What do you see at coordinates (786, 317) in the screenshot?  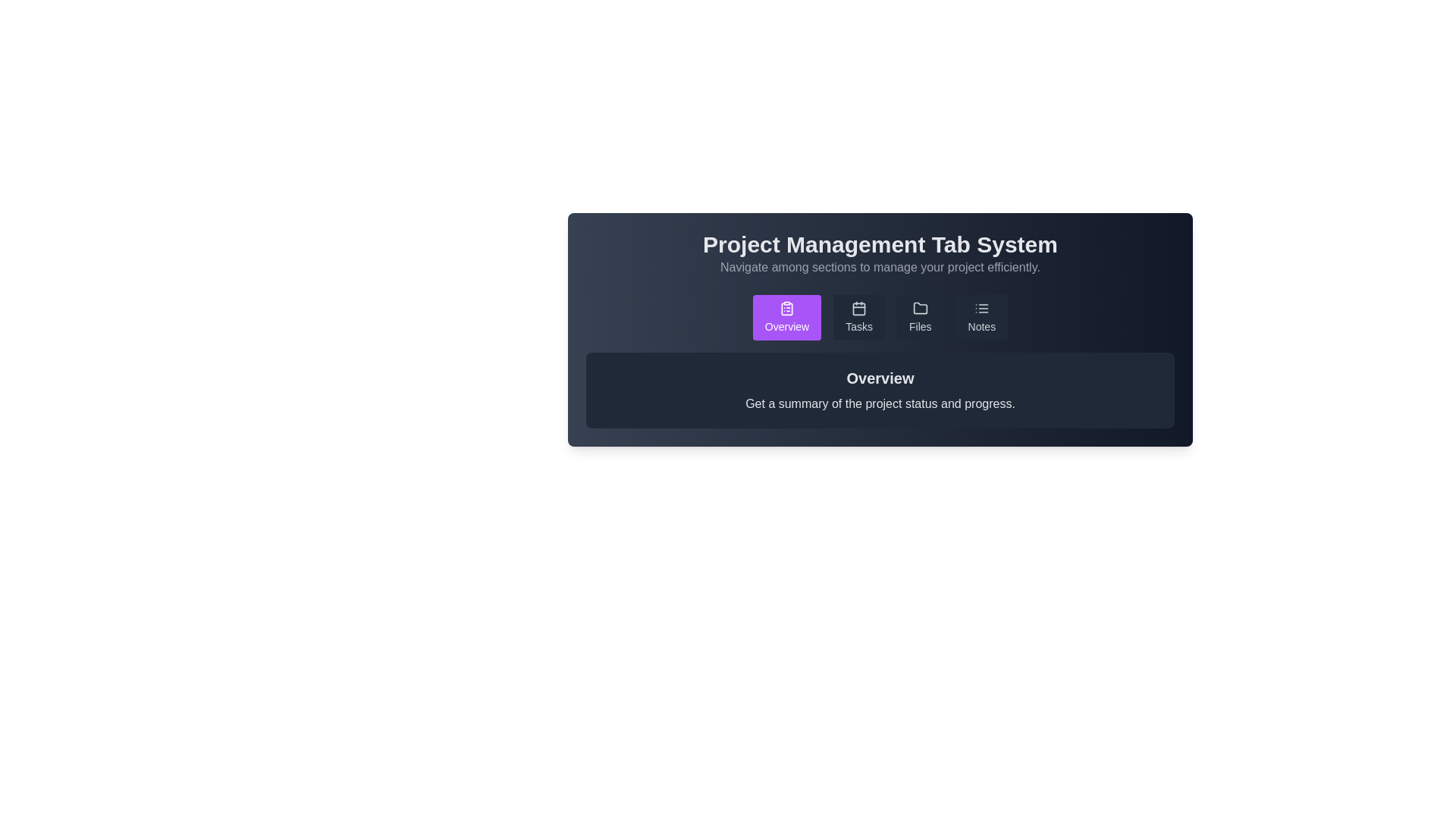 I see `the Overview tab by clicking on its button` at bounding box center [786, 317].